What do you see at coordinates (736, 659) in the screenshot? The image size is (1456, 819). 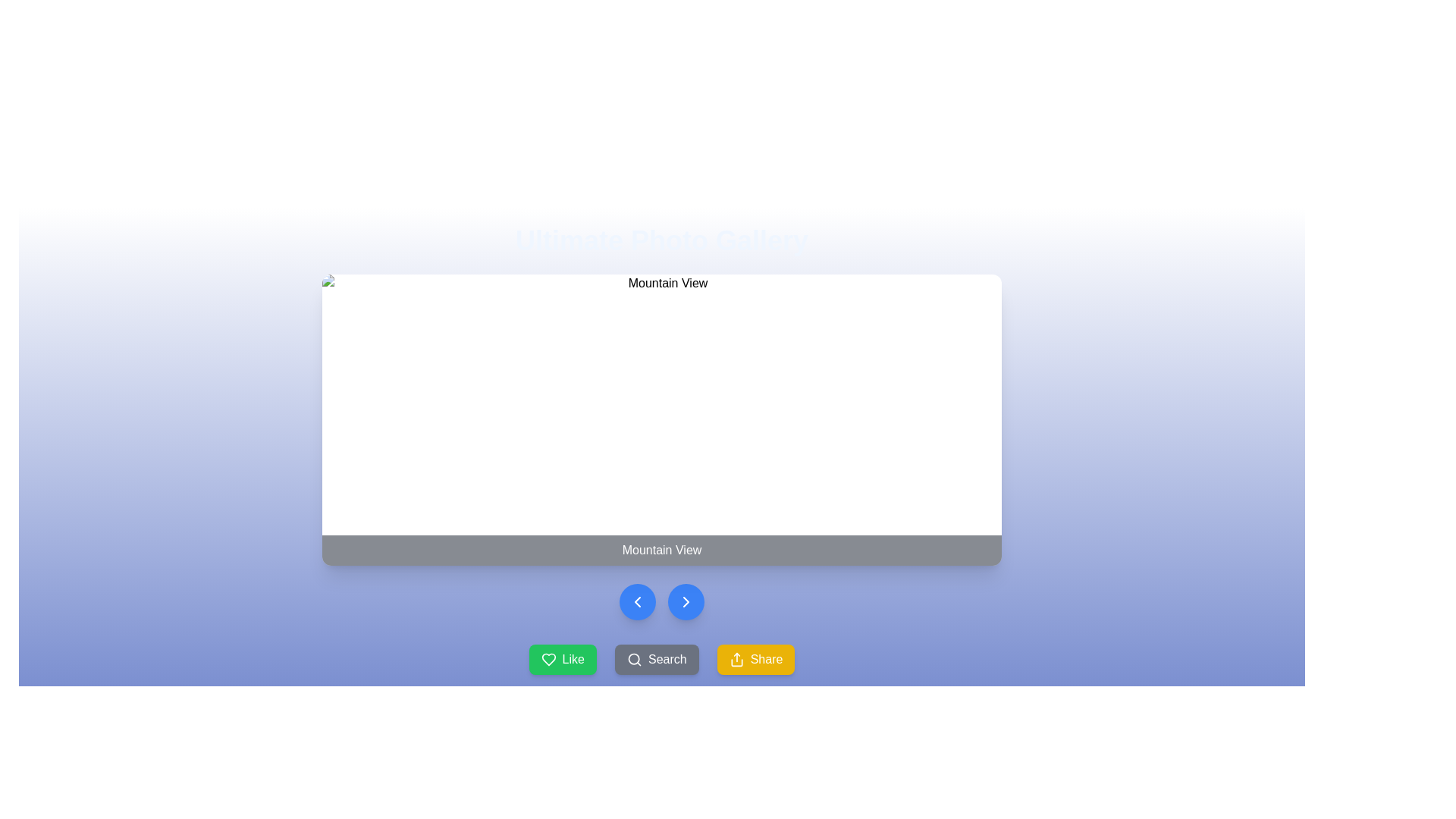 I see `the 'Share' button which contains the white share icon with an upward arrow on a yellow circular background, located on the far right among three buttons at the bottom of the interface` at bounding box center [736, 659].